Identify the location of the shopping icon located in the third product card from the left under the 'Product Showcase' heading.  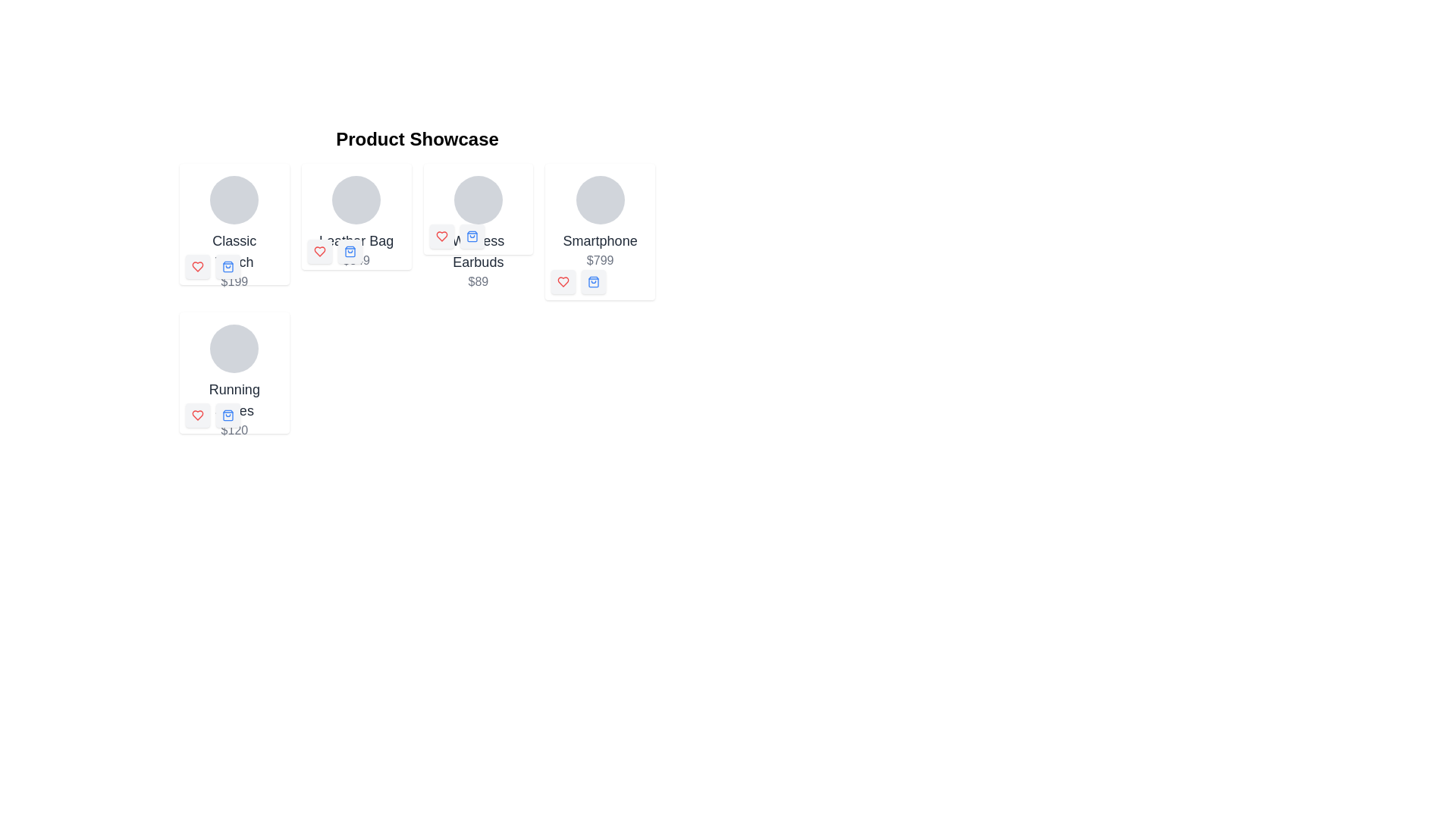
(471, 237).